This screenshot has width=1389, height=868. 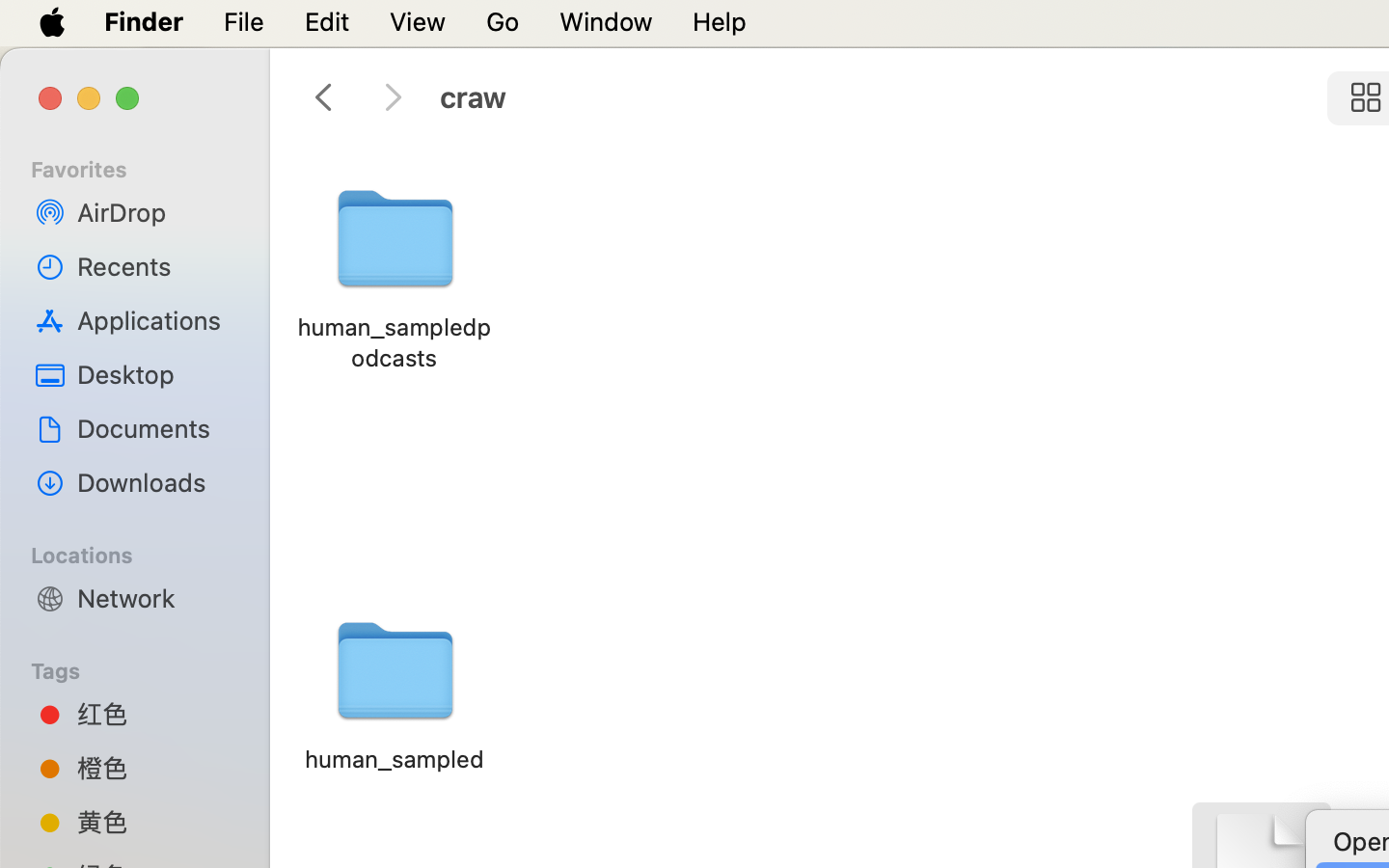 What do you see at coordinates (145, 667) in the screenshot?
I see `'Tags'` at bounding box center [145, 667].